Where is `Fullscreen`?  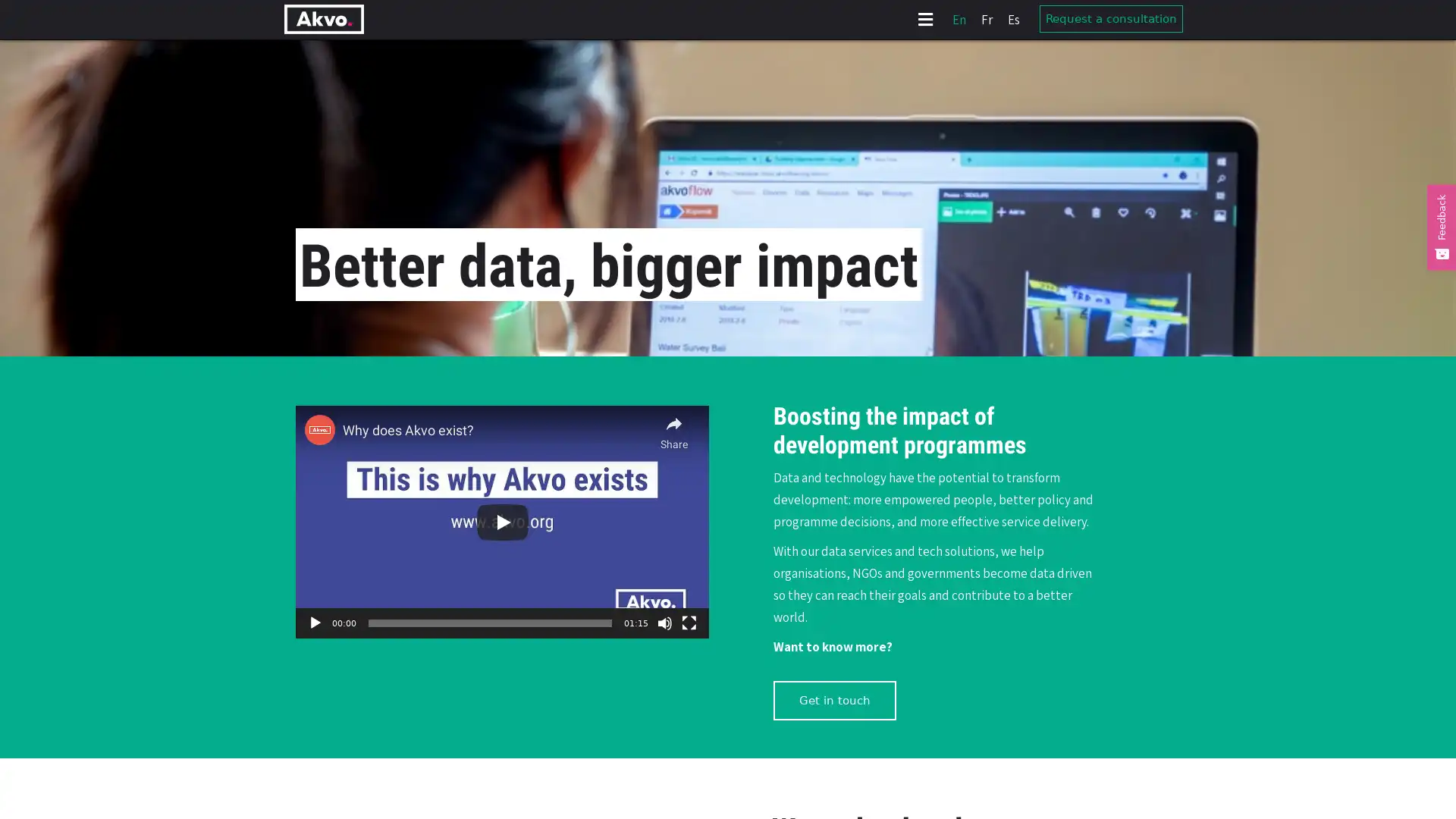 Fullscreen is located at coordinates (688, 623).